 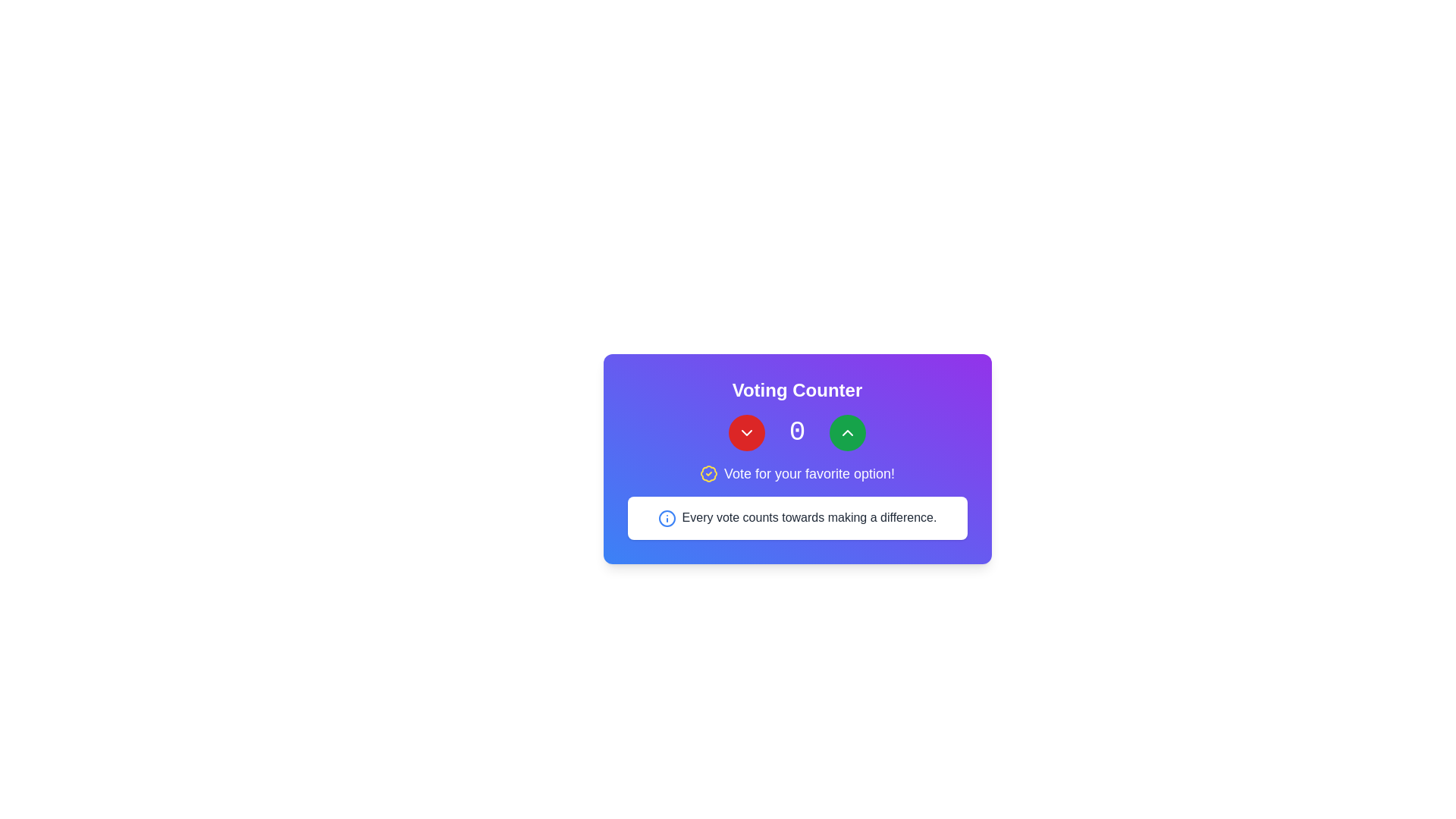 What do you see at coordinates (796, 517) in the screenshot?
I see `the informational text box displaying the message 'Every vote counts towards making a difference.'` at bounding box center [796, 517].